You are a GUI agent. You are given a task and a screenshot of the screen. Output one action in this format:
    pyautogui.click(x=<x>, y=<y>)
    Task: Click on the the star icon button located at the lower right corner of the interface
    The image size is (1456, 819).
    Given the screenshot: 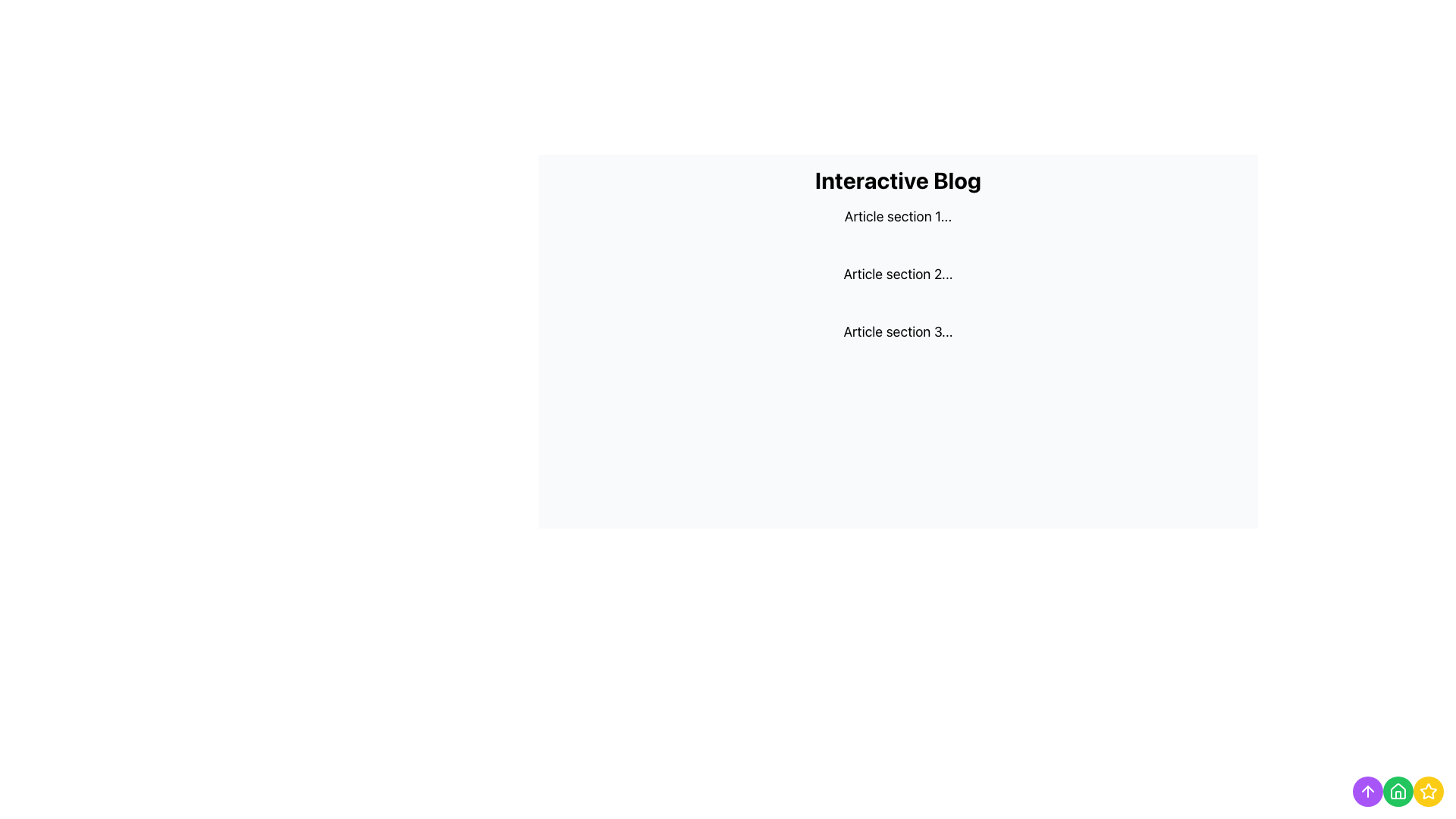 What is the action you would take?
    pyautogui.click(x=1427, y=791)
    